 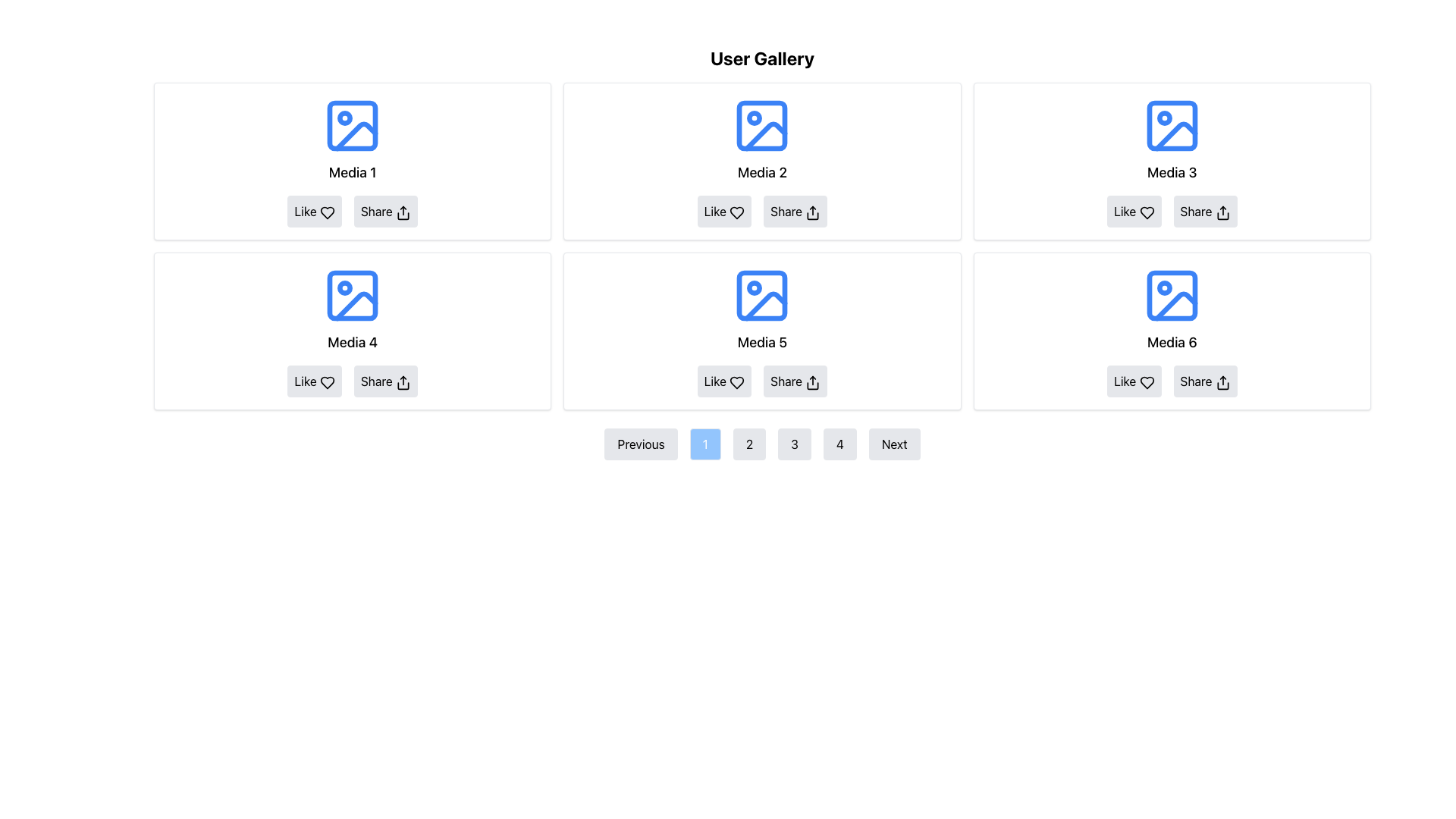 I want to click on the heart-shaped outline icon used for liking content beneath the title 'Media 6', so click(x=1147, y=381).